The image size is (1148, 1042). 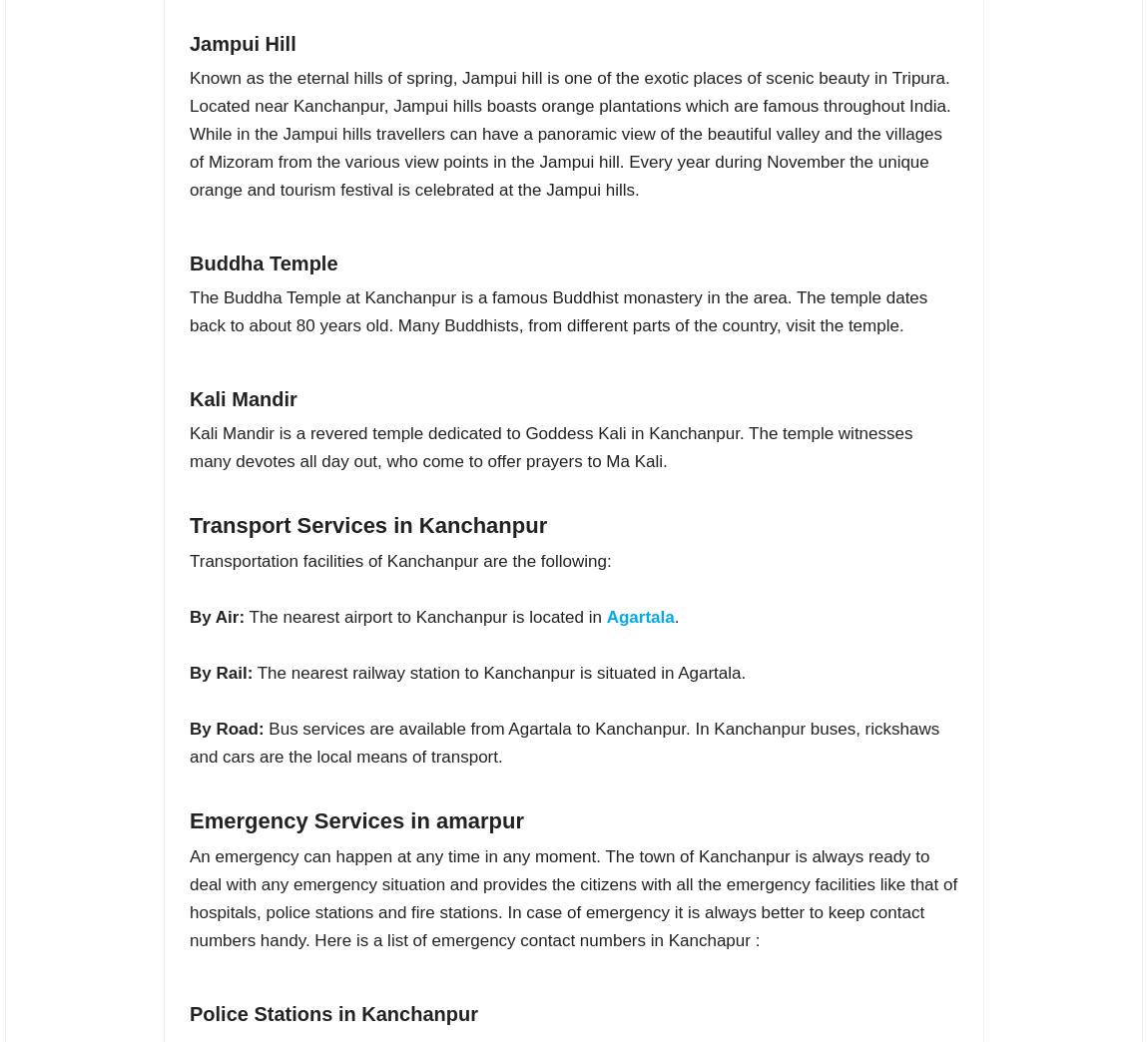 I want to click on 'Transport Services in Kanchanpur', so click(x=368, y=523).